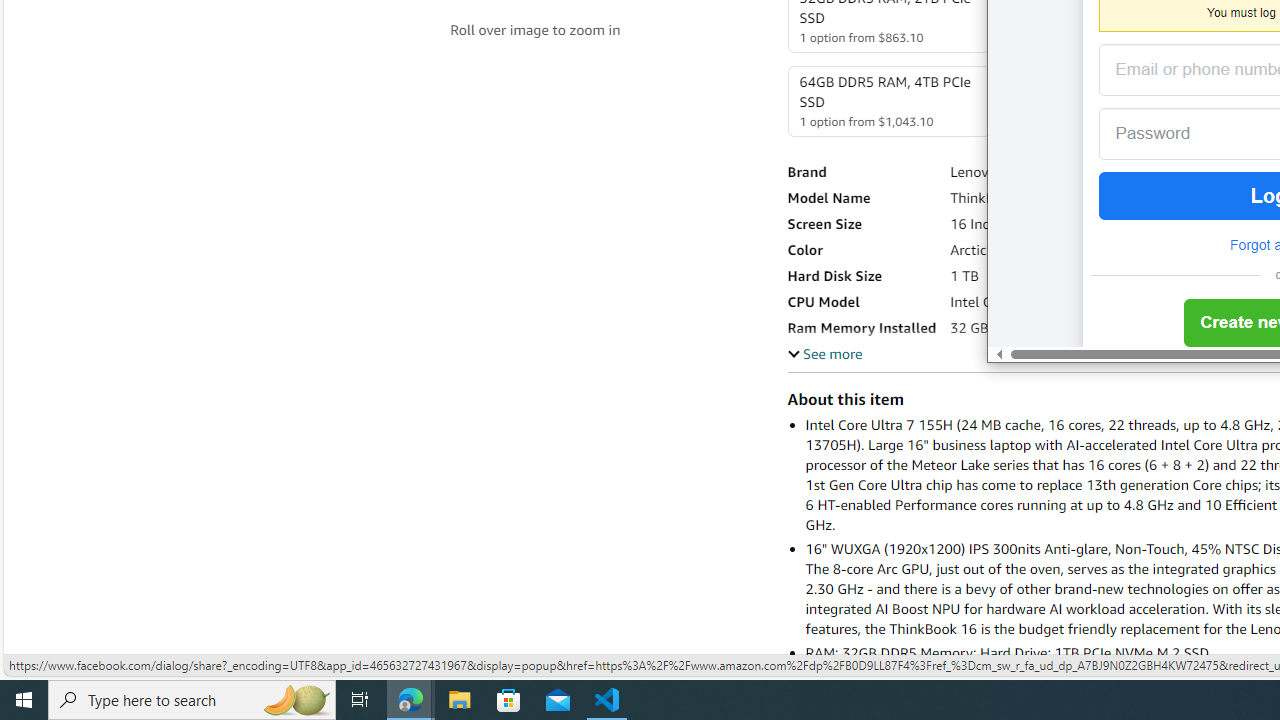 The height and width of the screenshot is (720, 1280). Describe the element at coordinates (606, 698) in the screenshot. I see `'Visual Studio Code - 1 running window'` at that location.